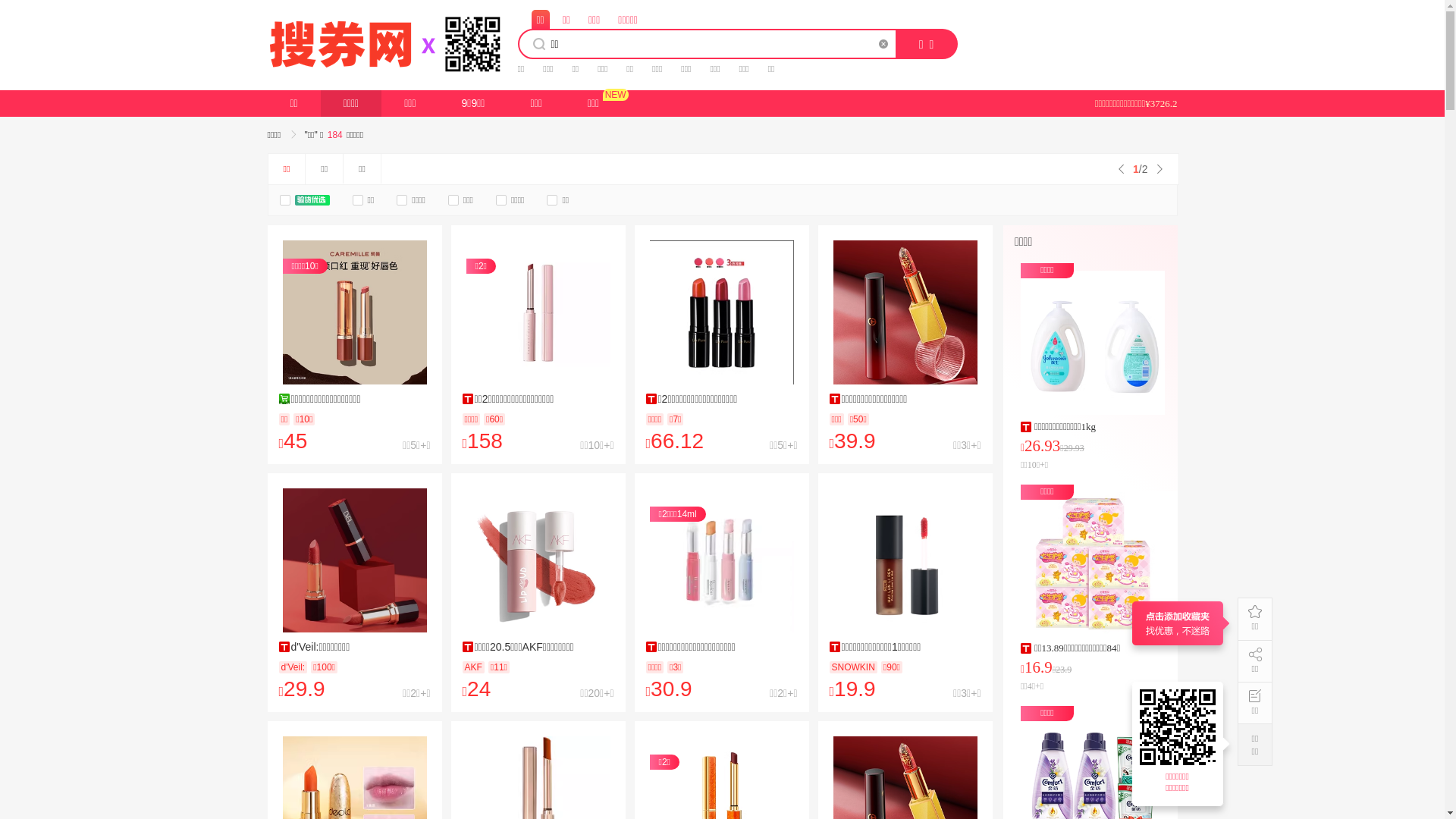 Image resolution: width=1456 pixels, height=819 pixels. I want to click on 'https://17.souquan.wang', so click(1178, 726).